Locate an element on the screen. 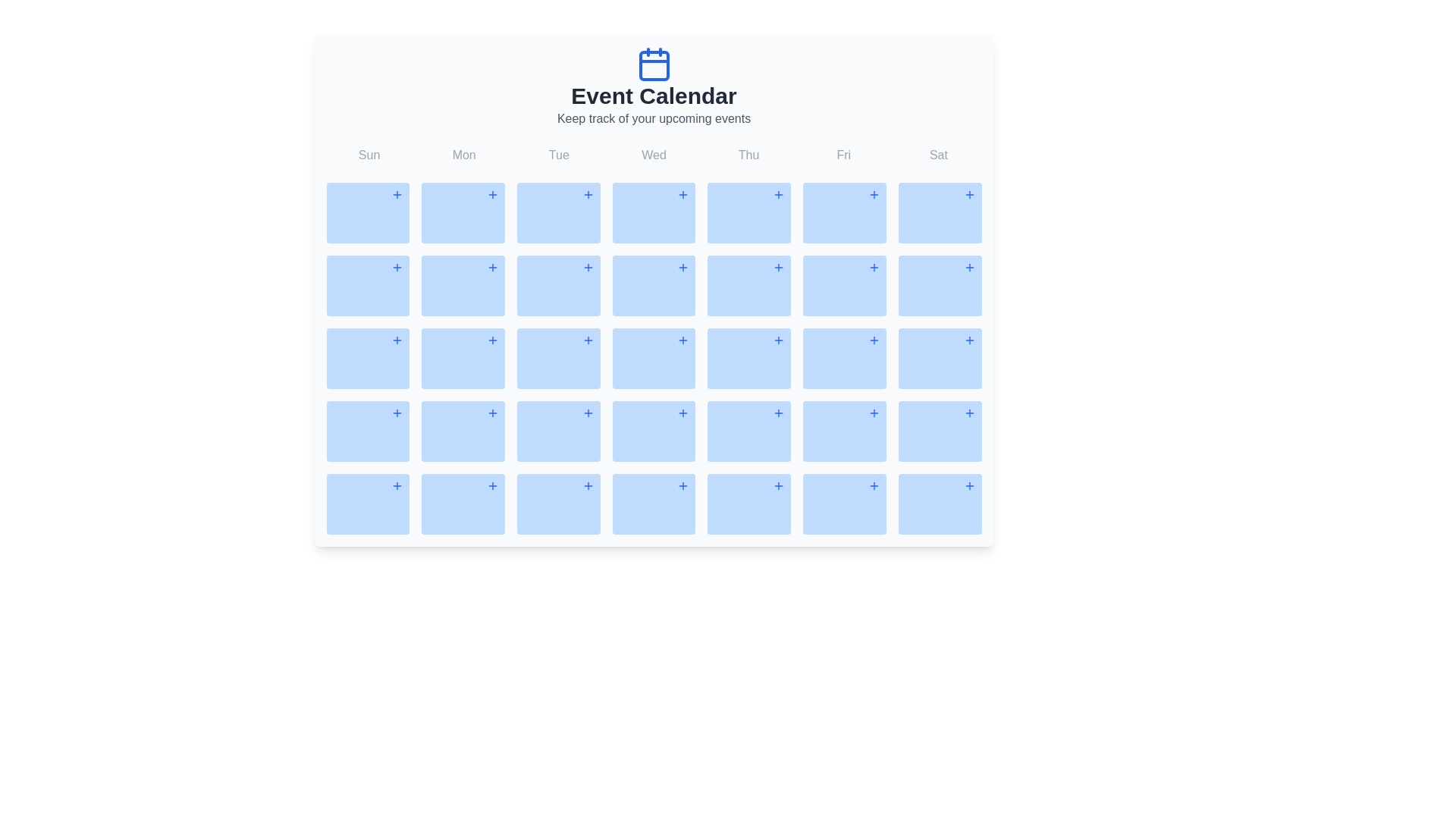  the text label representing 'Saturday' in the calendar interface, located at the top-right corner of the grid layout is located at coordinates (938, 155).